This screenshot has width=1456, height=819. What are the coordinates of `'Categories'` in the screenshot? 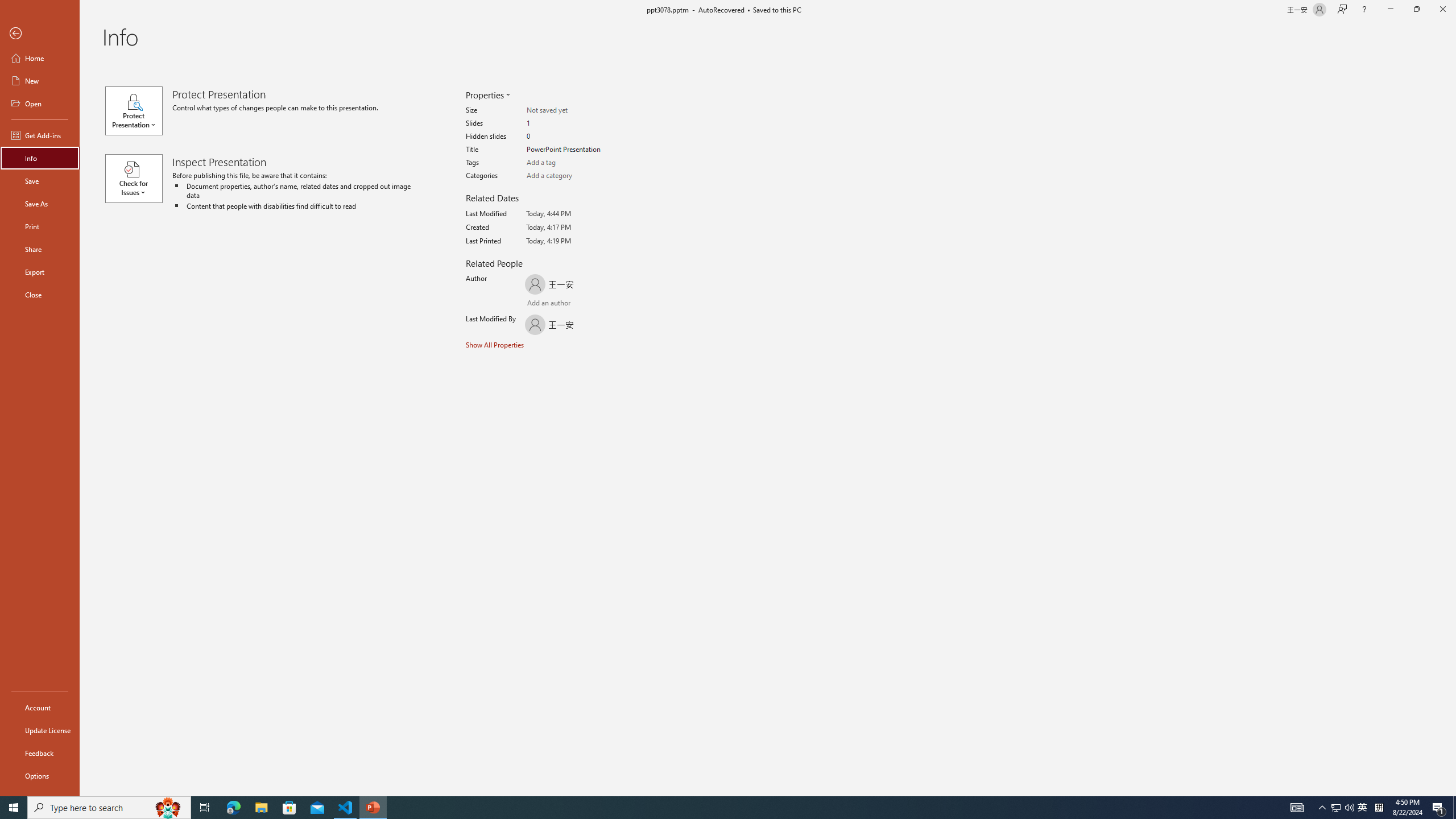 It's located at (570, 176).